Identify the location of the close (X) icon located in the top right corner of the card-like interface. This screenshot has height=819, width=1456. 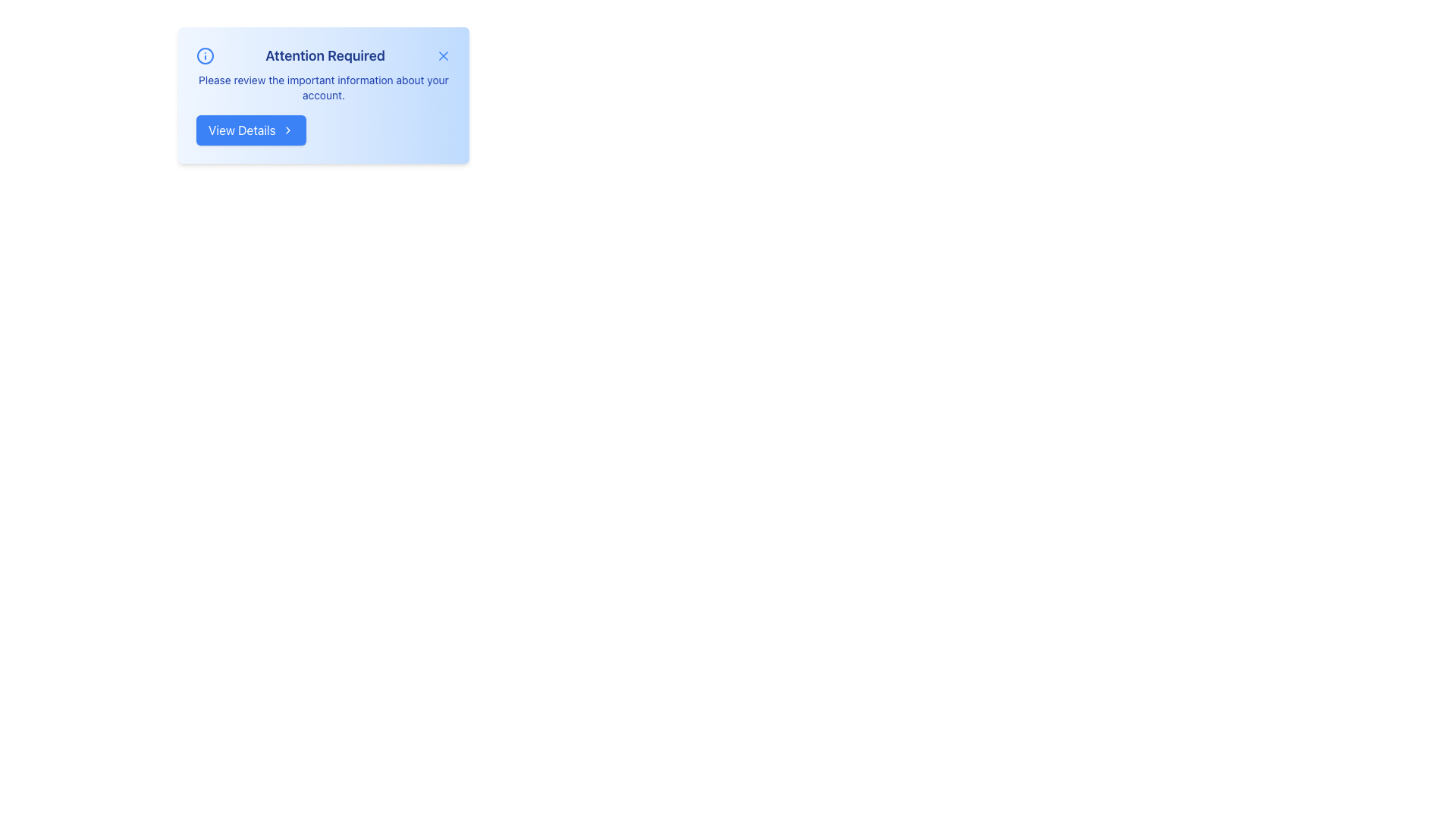
(443, 55).